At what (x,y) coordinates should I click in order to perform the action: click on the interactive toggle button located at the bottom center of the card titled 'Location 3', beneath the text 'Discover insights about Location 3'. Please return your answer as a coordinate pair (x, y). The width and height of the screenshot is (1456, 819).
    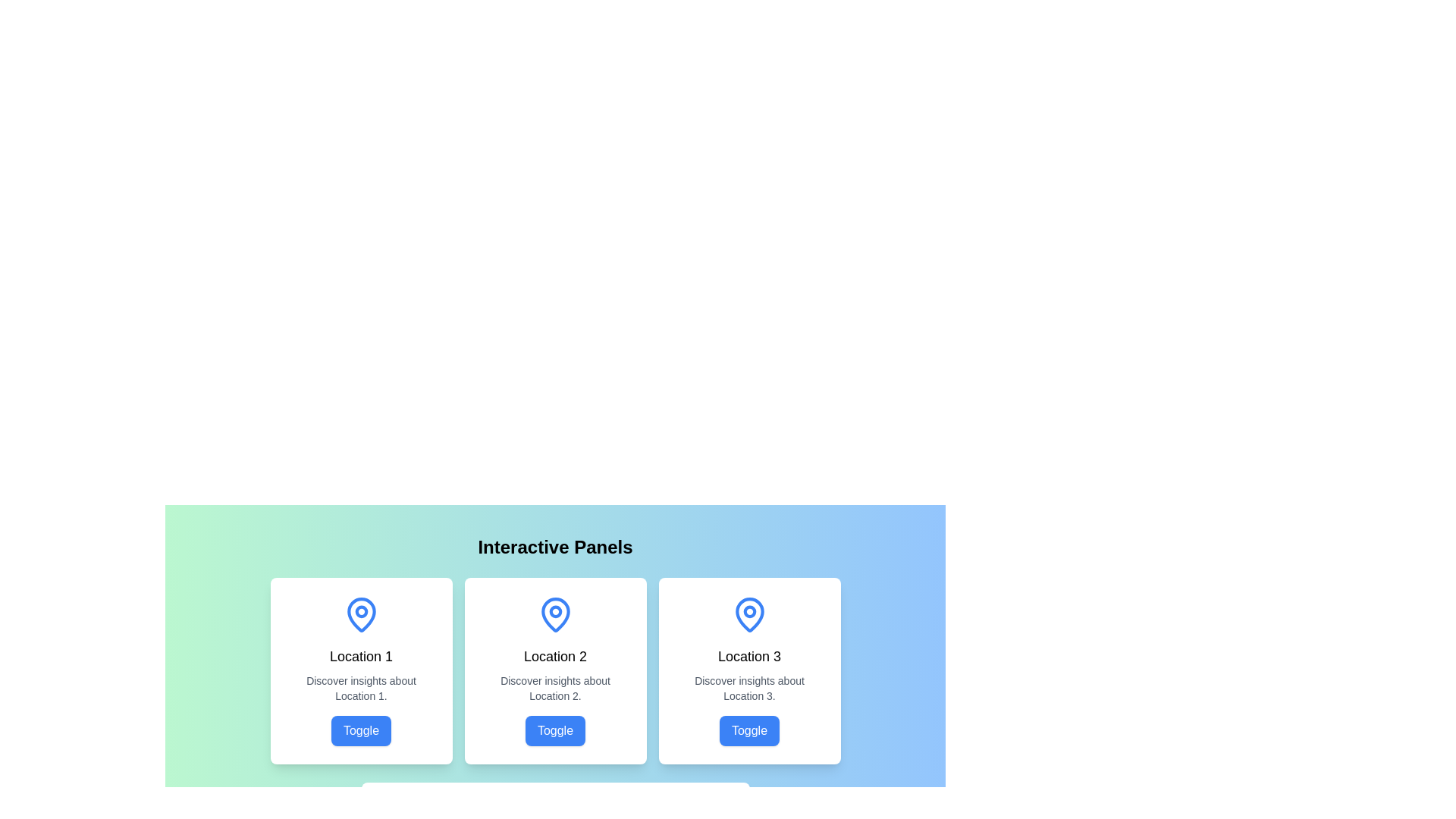
    Looking at the image, I should click on (749, 730).